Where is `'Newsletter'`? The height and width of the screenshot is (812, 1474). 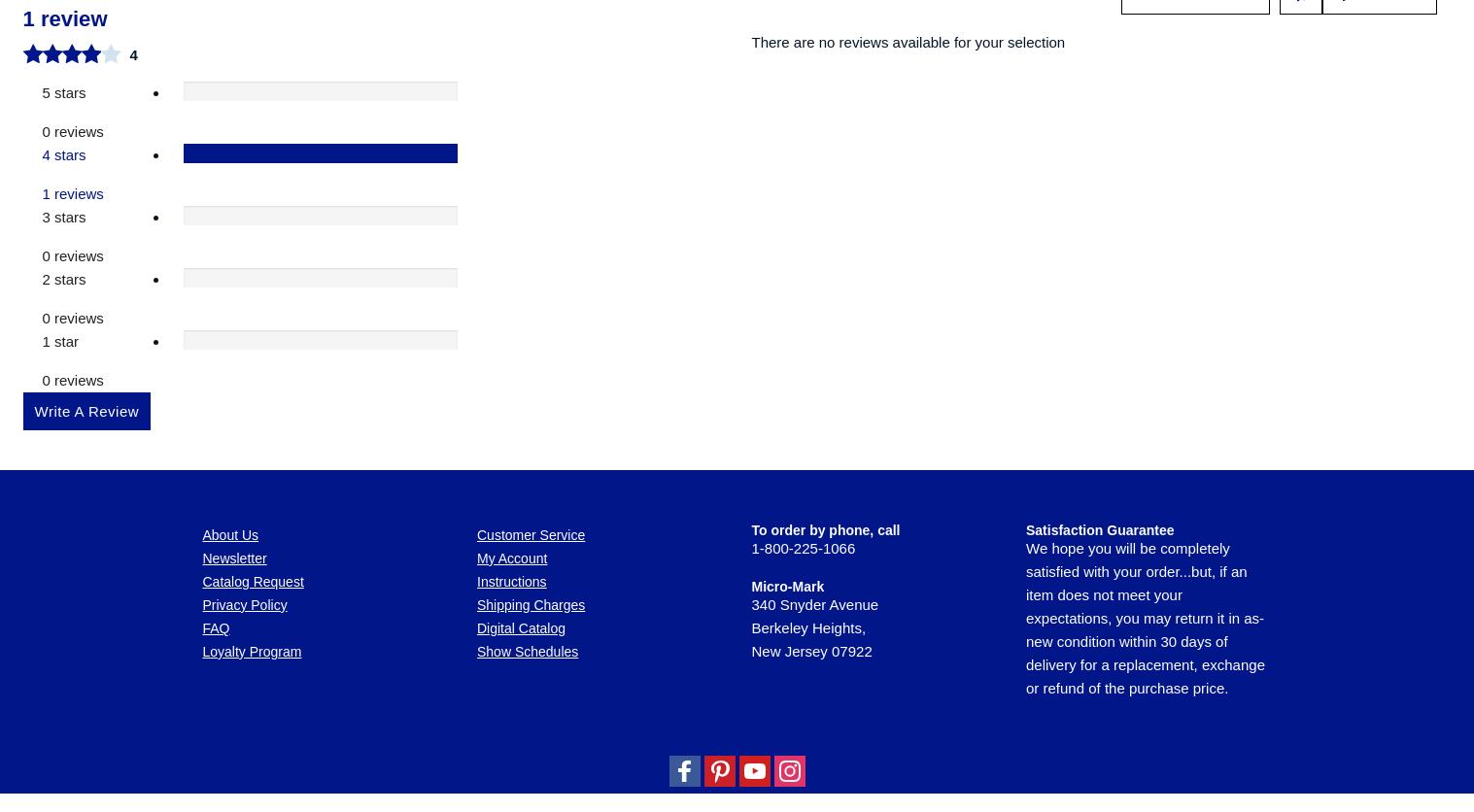
'Newsletter' is located at coordinates (234, 225).